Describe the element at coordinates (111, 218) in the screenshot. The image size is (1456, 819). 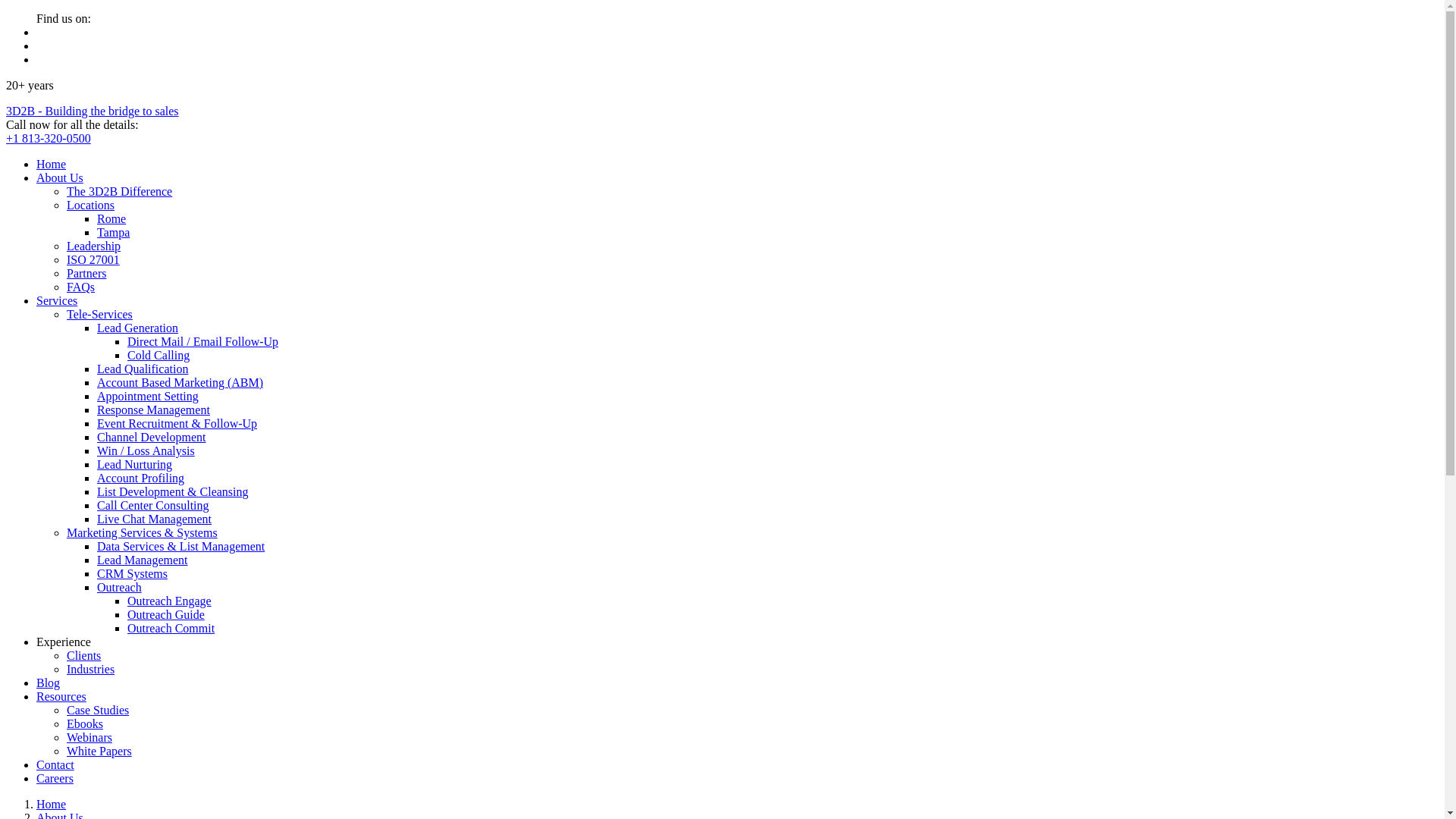
I see `'Rome'` at that location.